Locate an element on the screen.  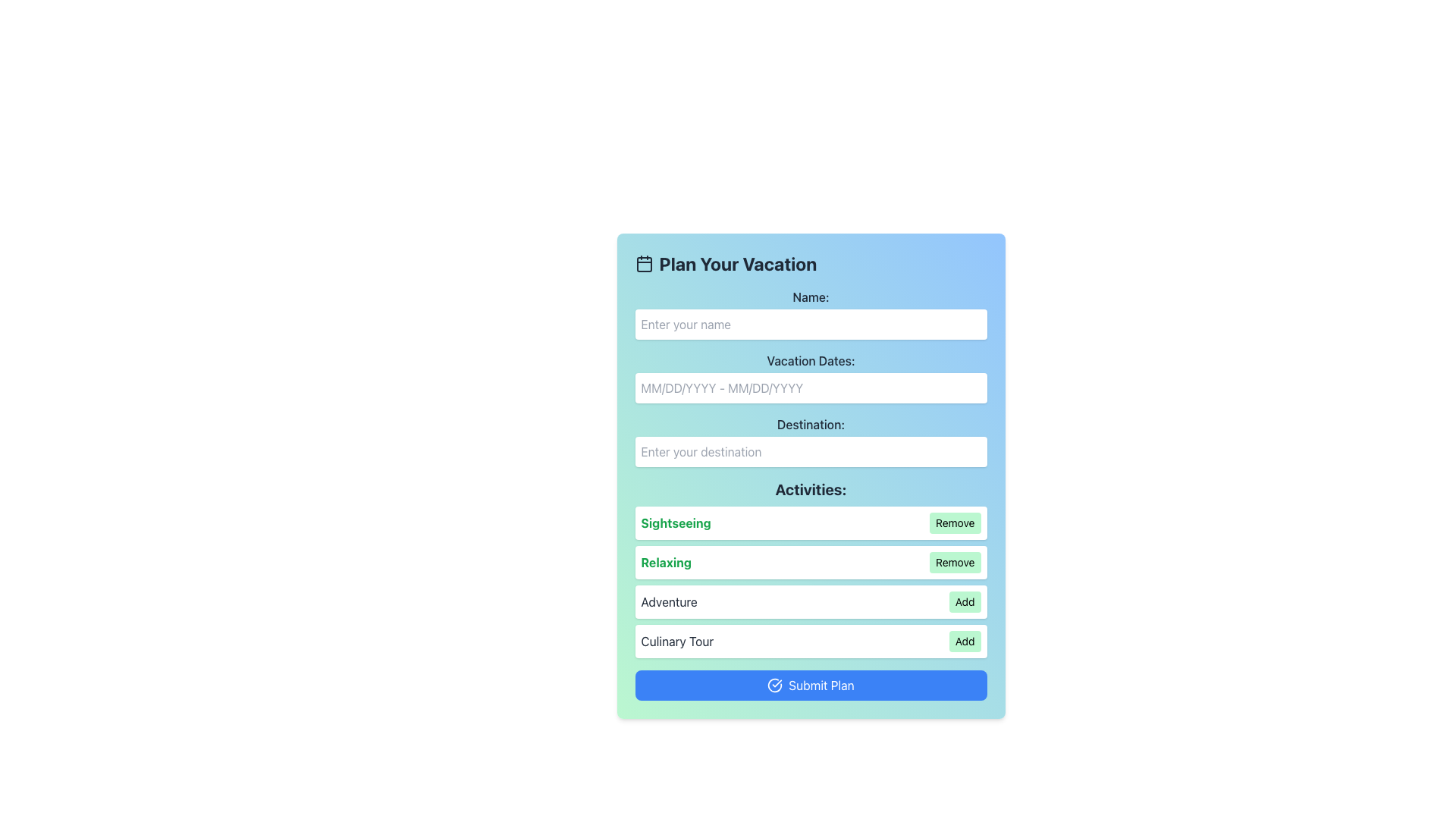
the button located at the bottom-right position of the 'Adventure' activity group is located at coordinates (964, 601).